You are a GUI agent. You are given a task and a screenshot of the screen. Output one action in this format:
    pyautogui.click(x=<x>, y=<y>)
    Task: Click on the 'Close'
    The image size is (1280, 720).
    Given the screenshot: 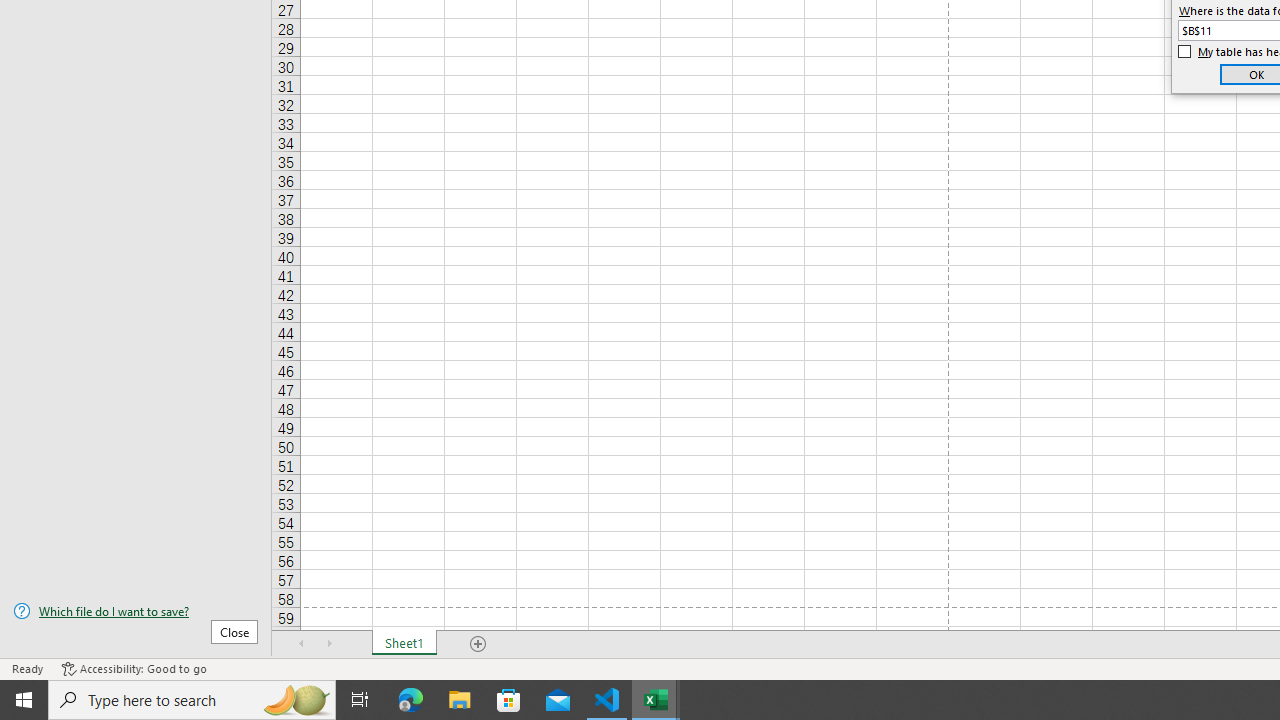 What is the action you would take?
    pyautogui.click(x=234, y=631)
    